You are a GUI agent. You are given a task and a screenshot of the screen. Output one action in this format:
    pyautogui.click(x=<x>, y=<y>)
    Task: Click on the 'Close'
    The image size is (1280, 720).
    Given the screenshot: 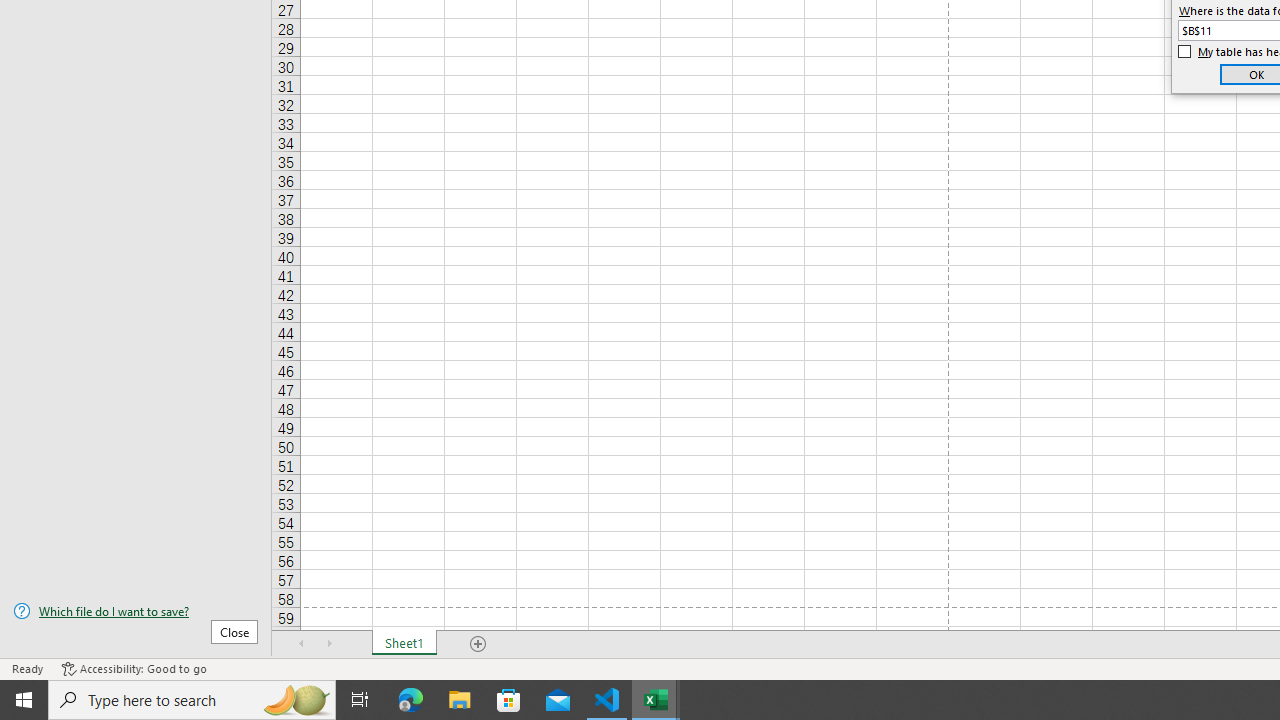 What is the action you would take?
    pyautogui.click(x=234, y=631)
    